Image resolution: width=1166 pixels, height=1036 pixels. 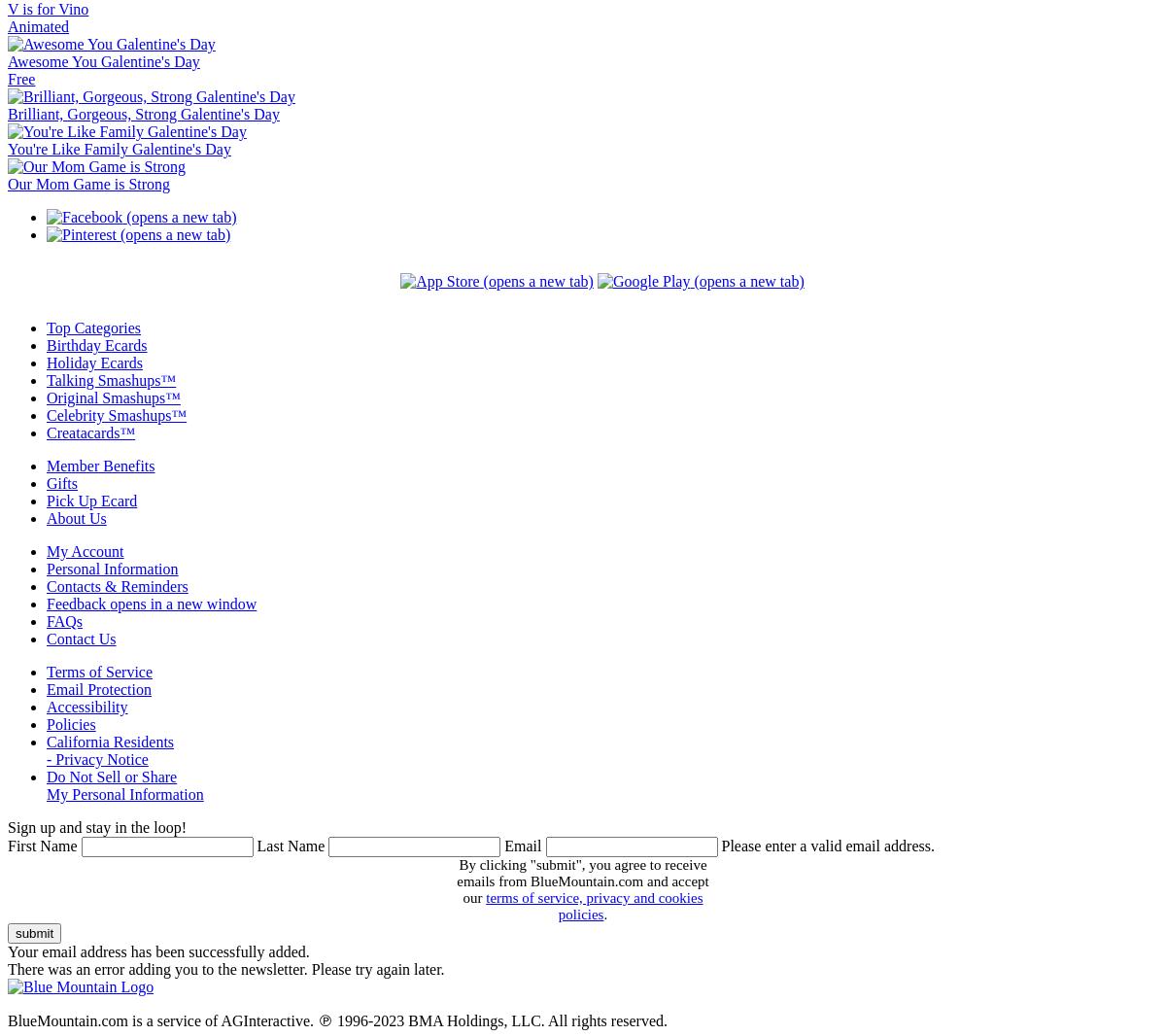 I want to click on '.', so click(x=605, y=914).